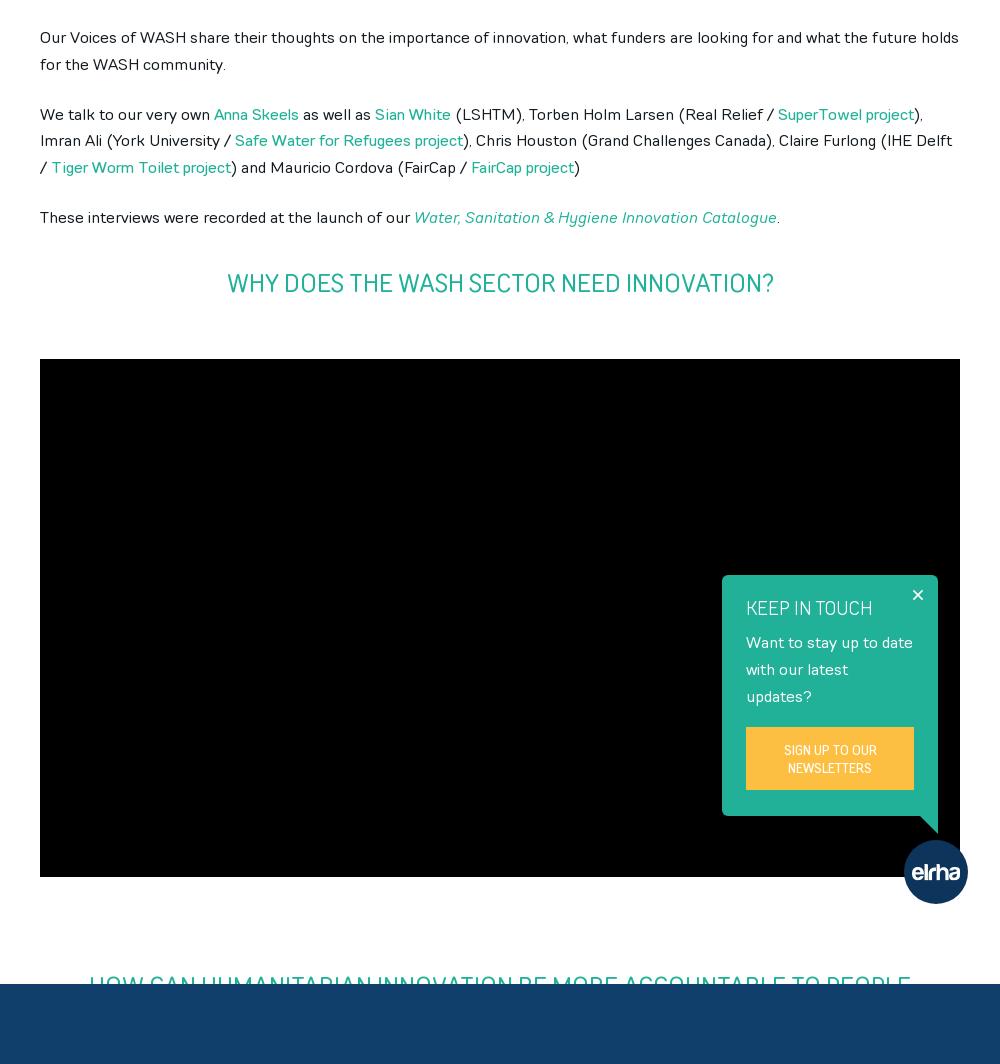 This screenshot has height=1064, width=1000. What do you see at coordinates (573, 168) in the screenshot?
I see `')'` at bounding box center [573, 168].